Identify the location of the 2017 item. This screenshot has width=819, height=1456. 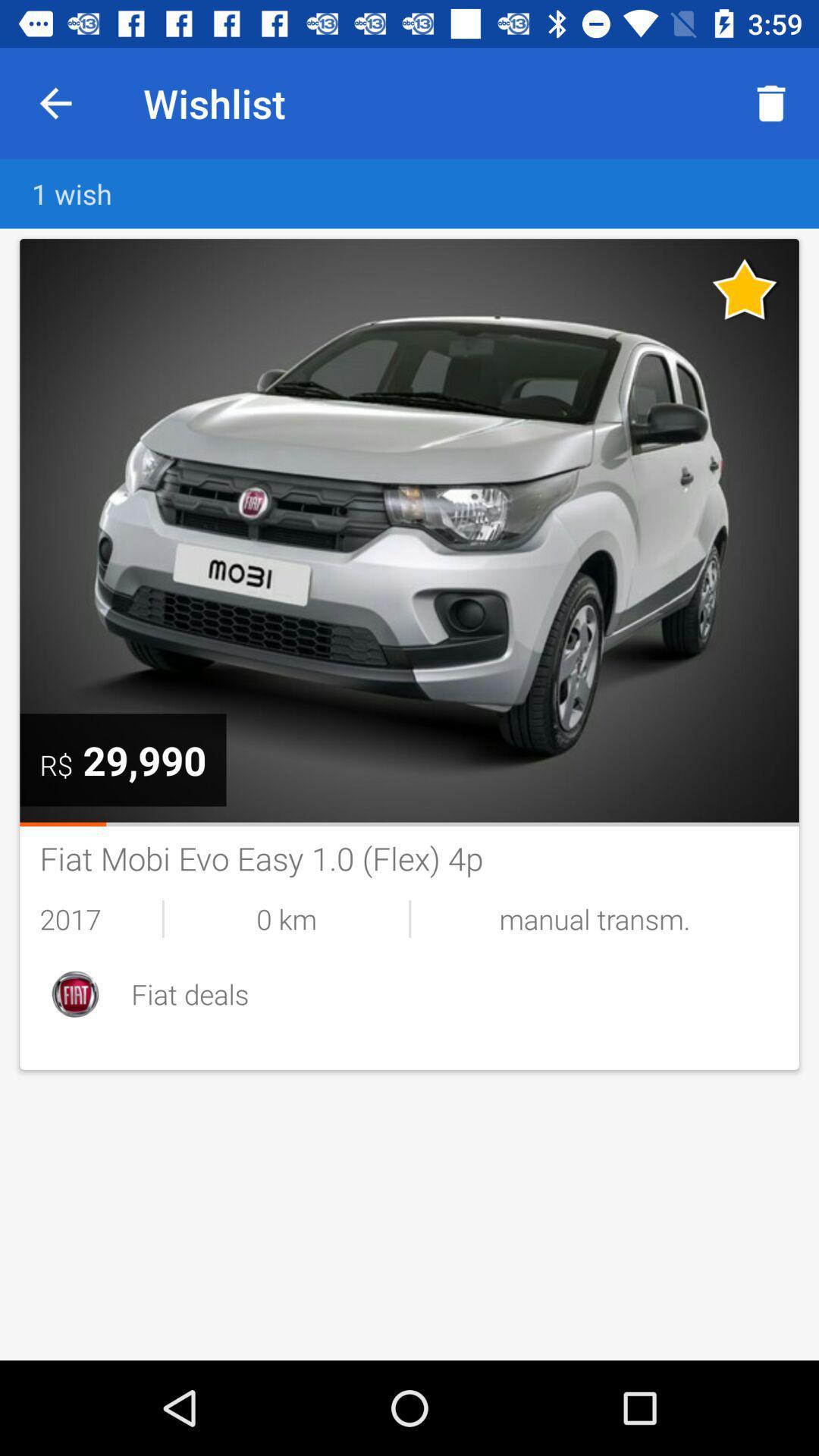
(101, 918).